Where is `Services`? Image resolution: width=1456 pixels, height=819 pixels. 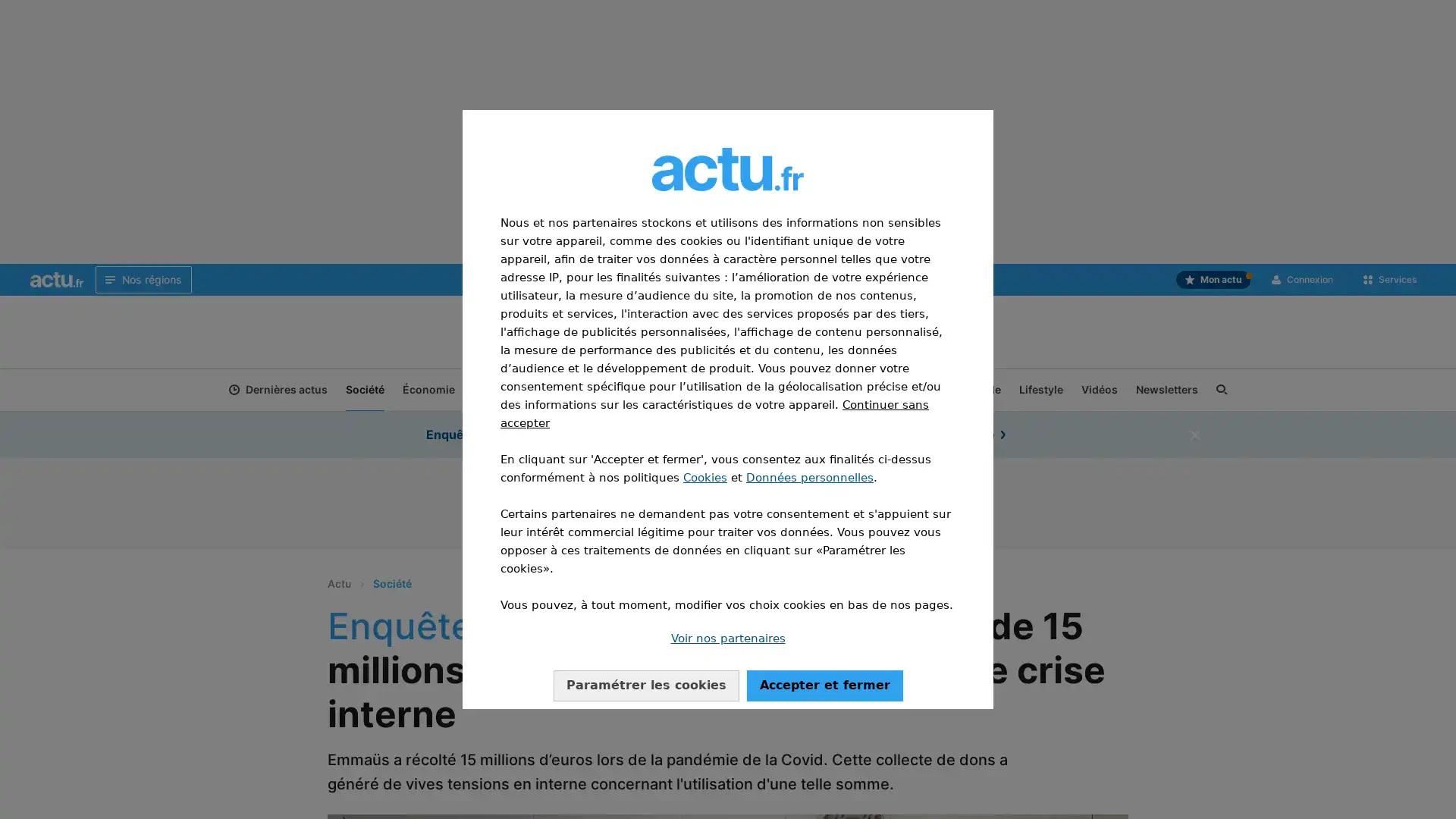 Services is located at coordinates (1390, 280).